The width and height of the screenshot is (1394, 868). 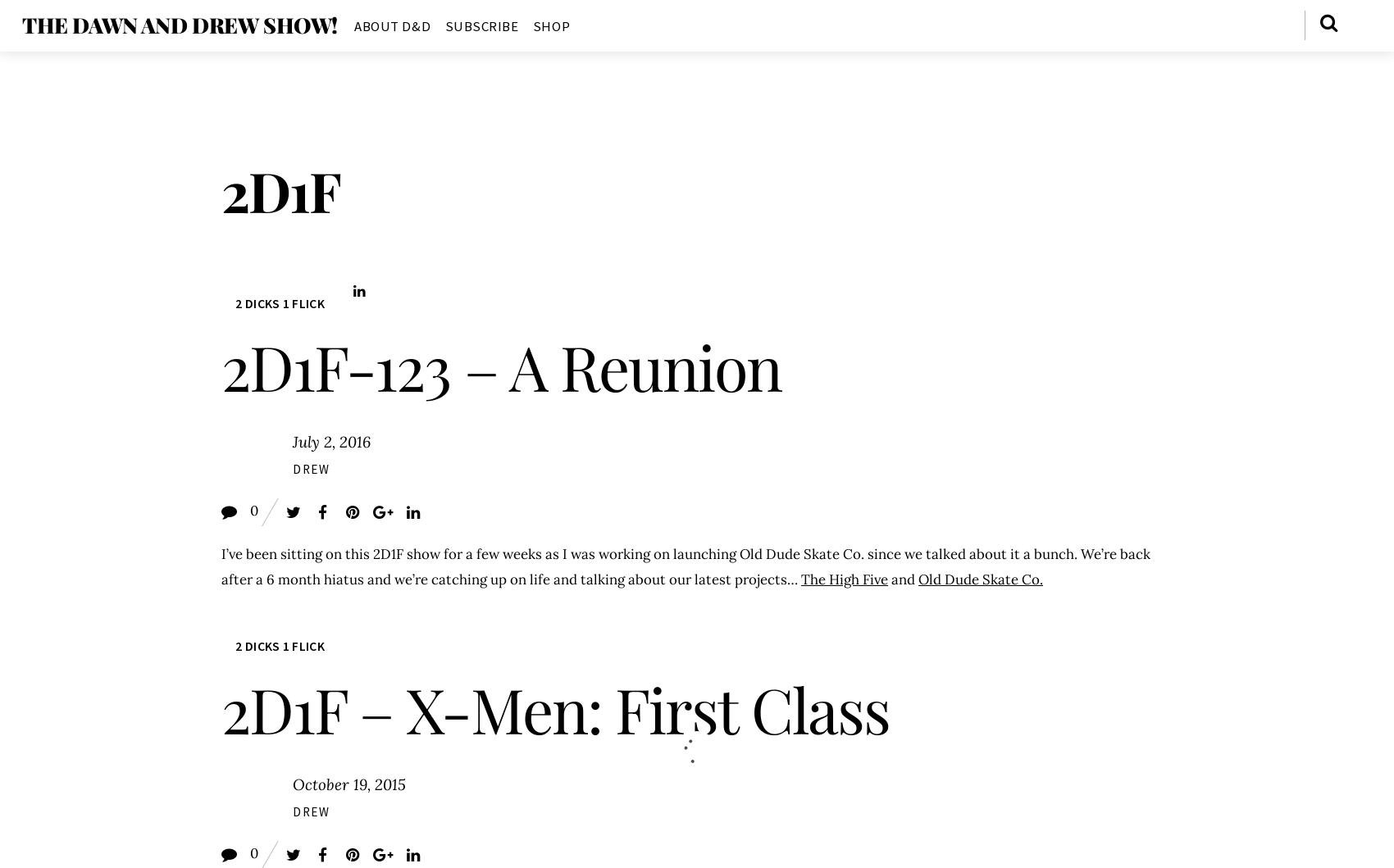 What do you see at coordinates (280, 190) in the screenshot?
I see `'2D1F'` at bounding box center [280, 190].